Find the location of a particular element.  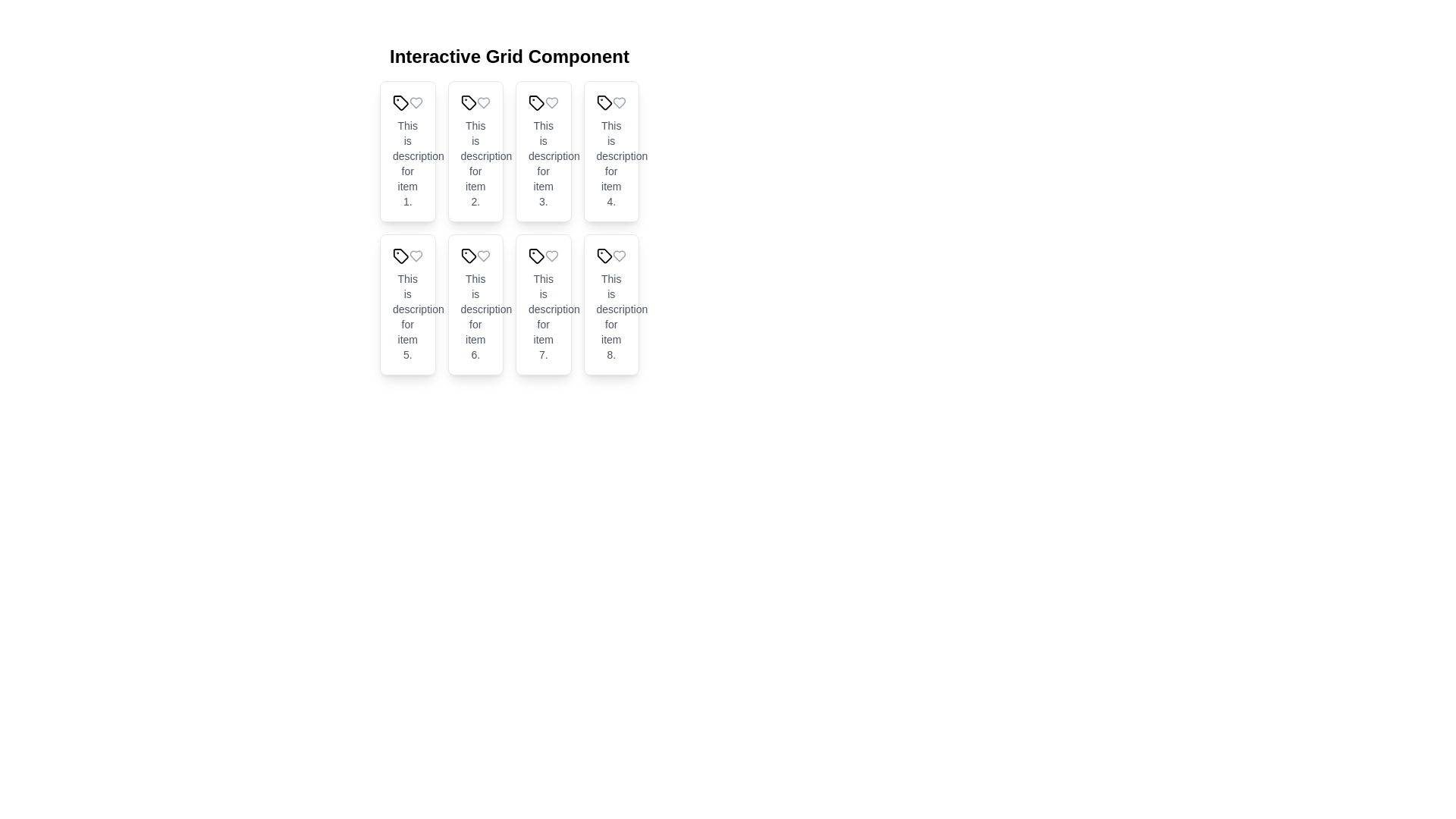

the tagging icon associated with 'Tile 5', which is positioned to the left of the heart icon and above the description text is located at coordinates (400, 256).